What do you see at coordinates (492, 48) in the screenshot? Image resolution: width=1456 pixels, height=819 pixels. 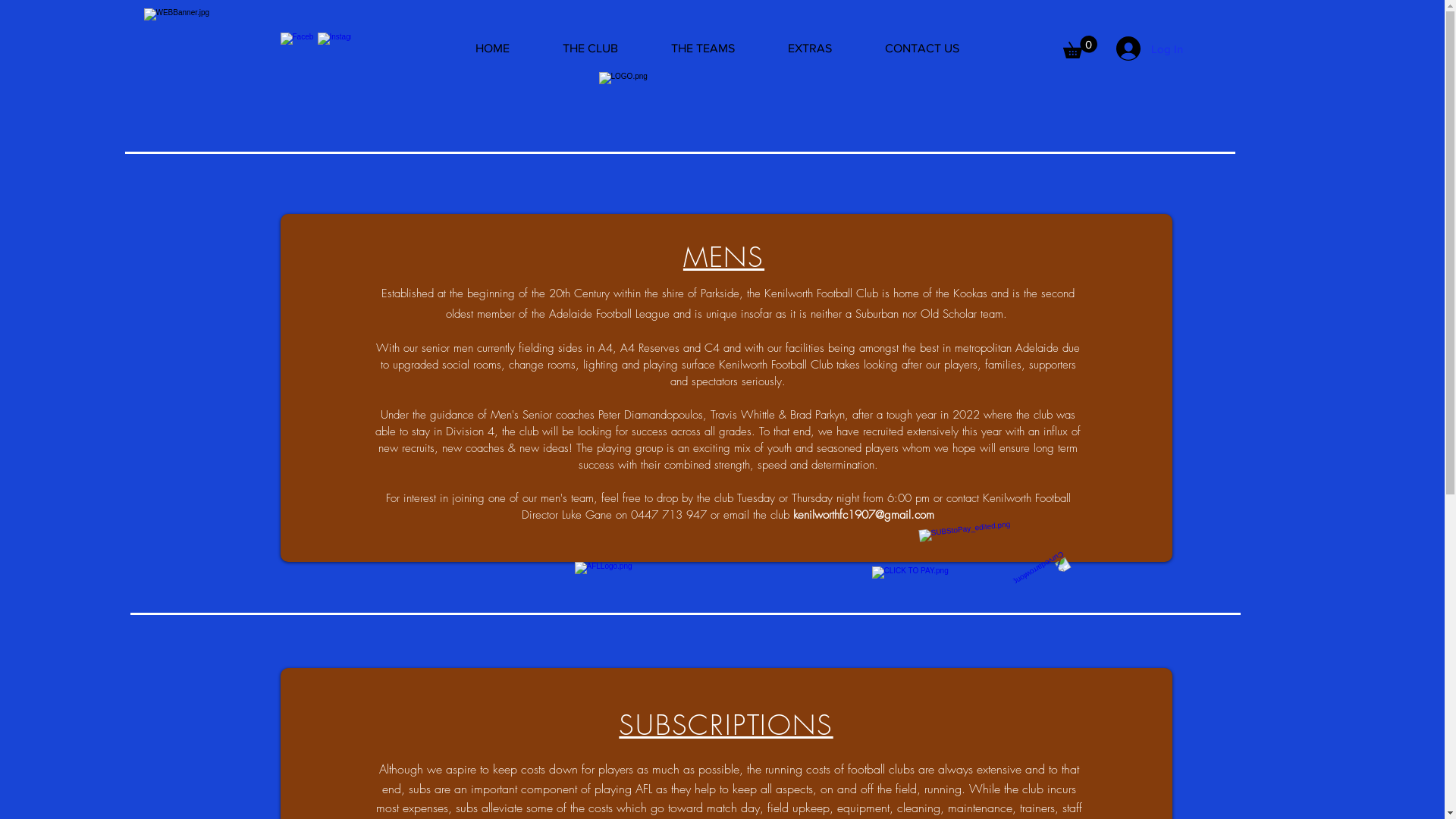 I see `'HOME'` at bounding box center [492, 48].